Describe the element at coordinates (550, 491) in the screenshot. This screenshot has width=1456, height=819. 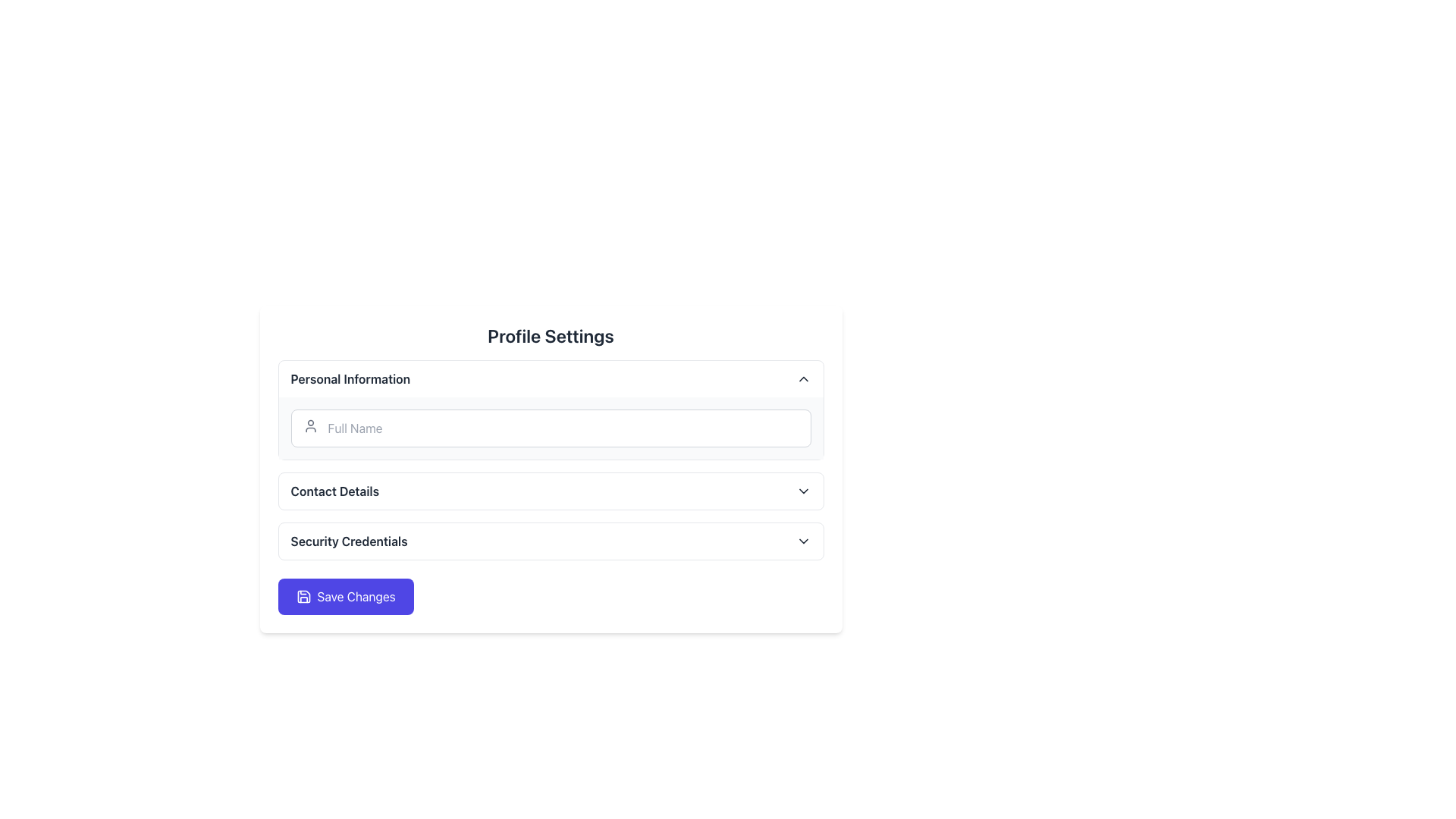
I see `the 'Contact Details' Collapsible Section Header element` at that location.